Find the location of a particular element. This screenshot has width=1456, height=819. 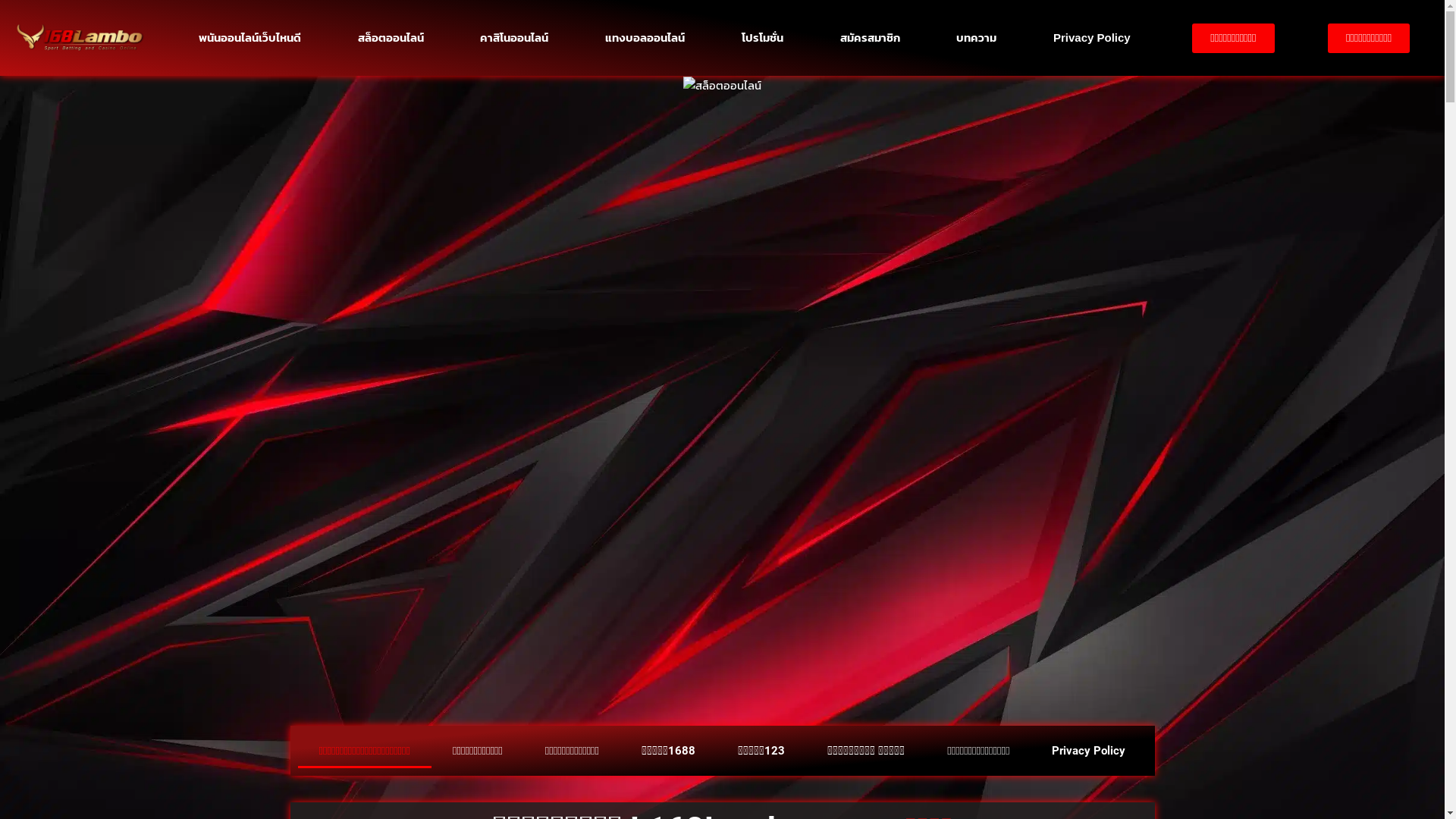

'Privacy Policy' is located at coordinates (1087, 751).